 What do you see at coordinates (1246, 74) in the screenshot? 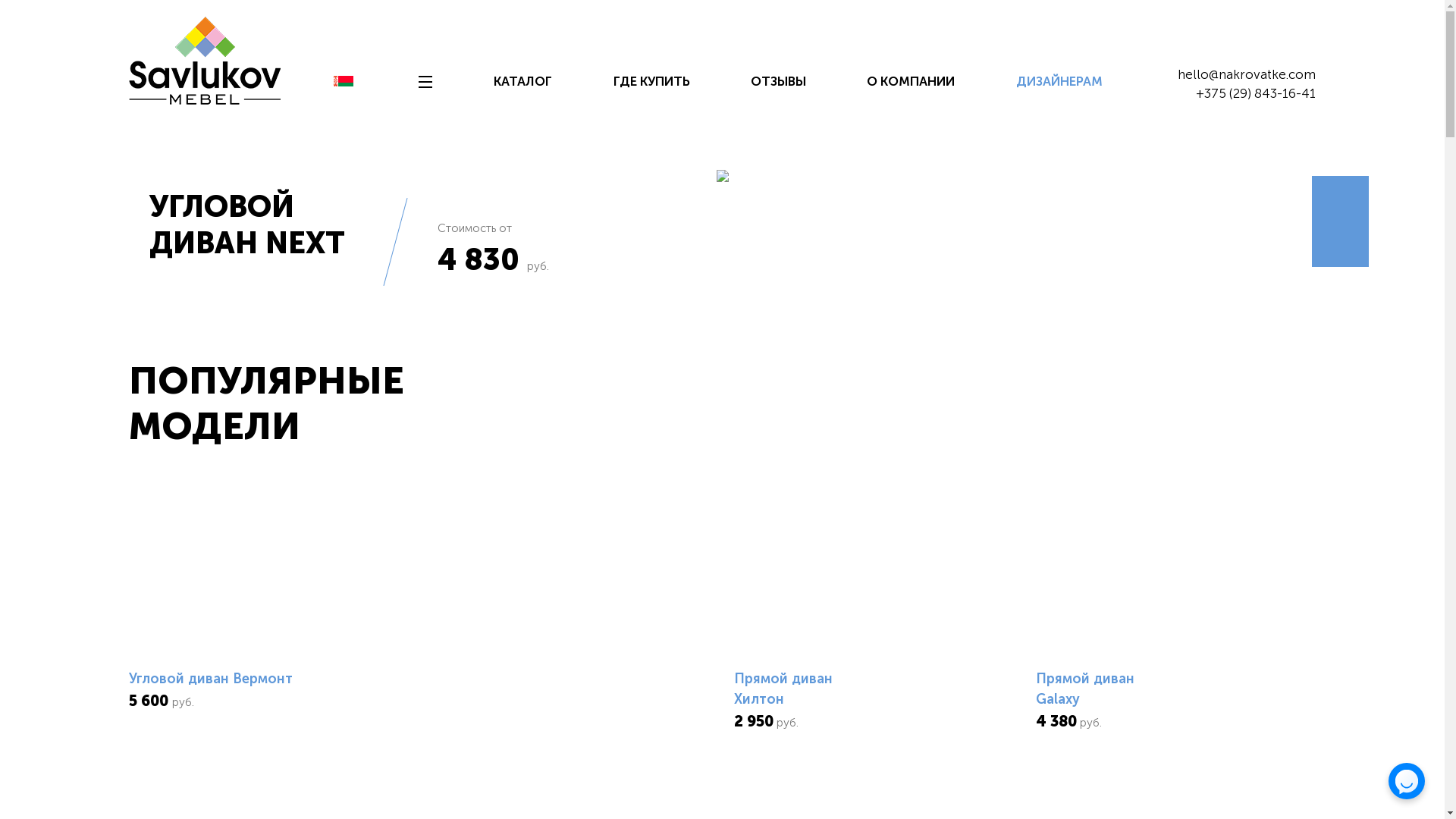
I see `'hello@nakrovatke.com'` at bounding box center [1246, 74].